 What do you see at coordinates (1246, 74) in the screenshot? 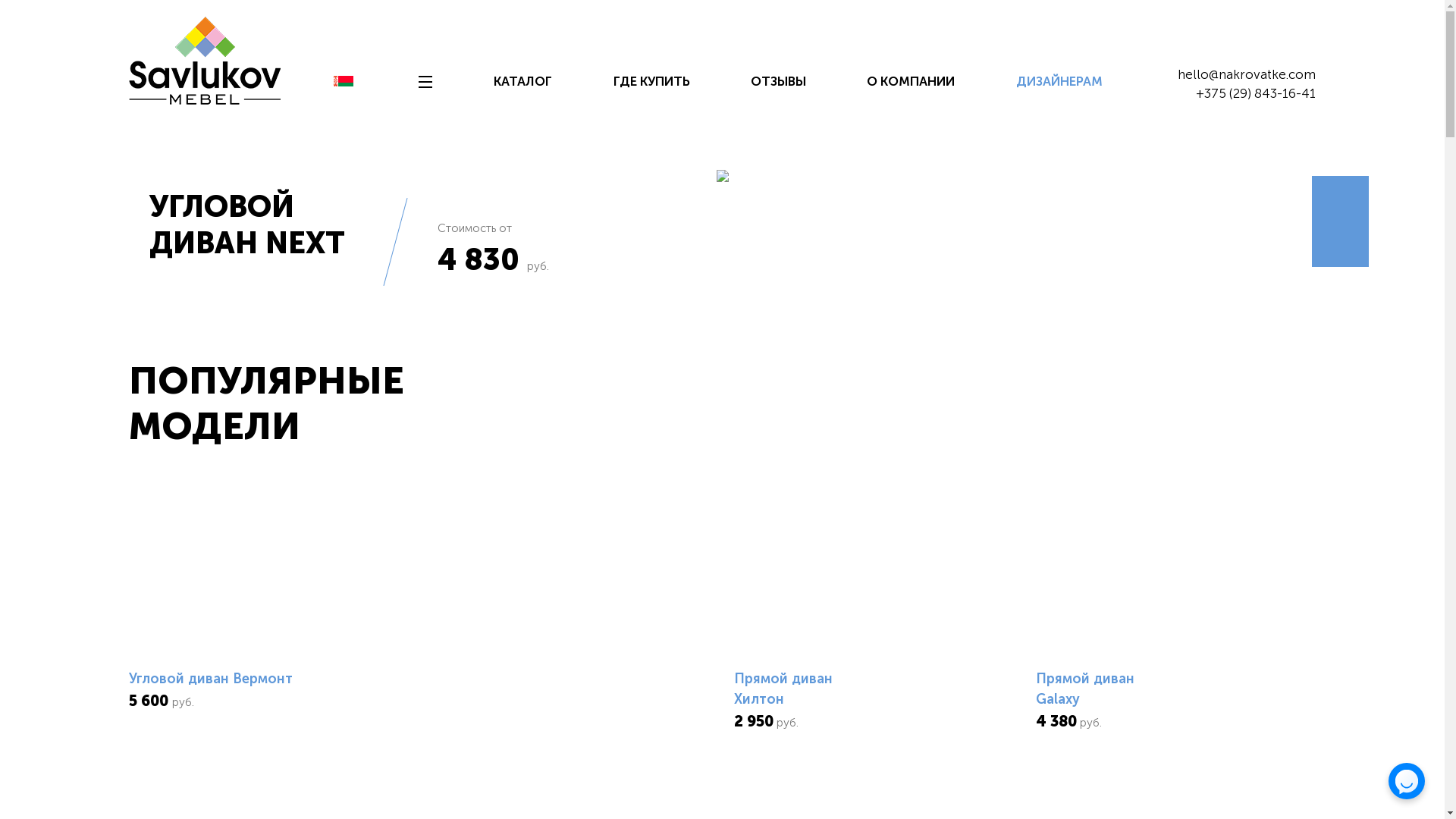
I see `'hello@nakrovatke.com'` at bounding box center [1246, 74].